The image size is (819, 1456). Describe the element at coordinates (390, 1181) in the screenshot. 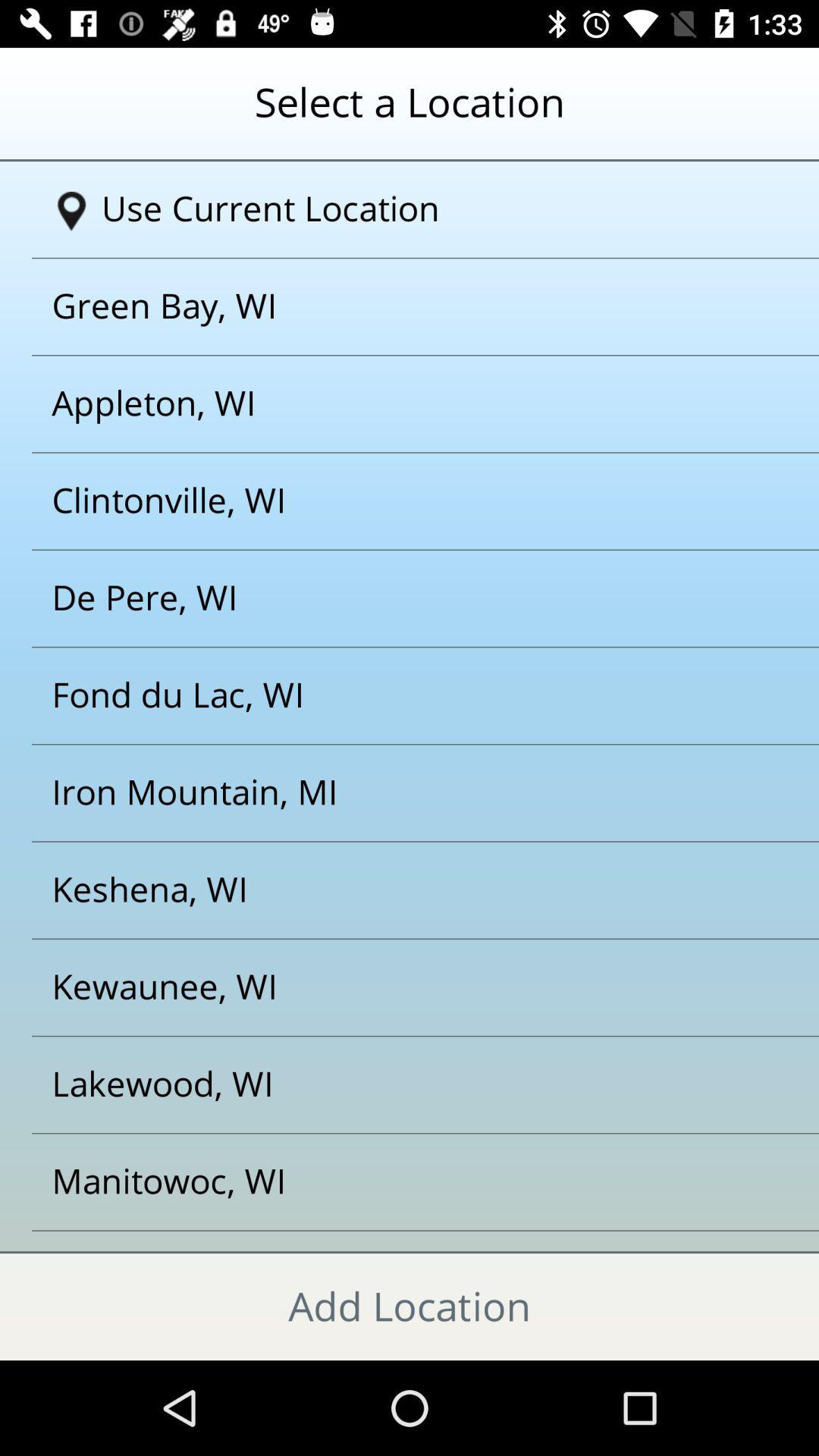

I see `the text manitowocwi` at that location.